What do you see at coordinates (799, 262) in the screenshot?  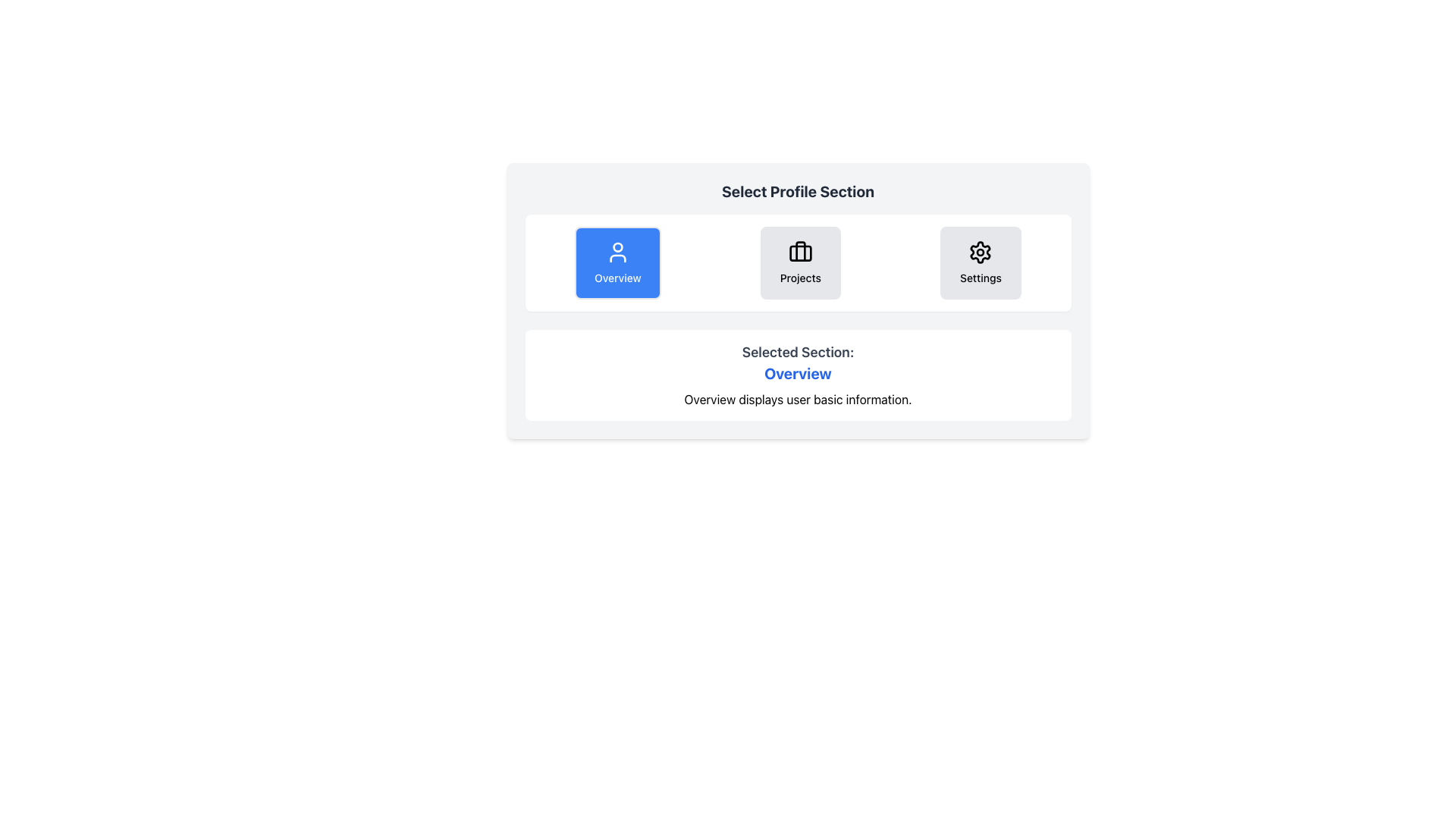 I see `the 'Projects' button, which is the center element among three horizontally aligned buttons, positioned between the 'Overview' button on the left and the 'Settings' button on the right` at bounding box center [799, 262].